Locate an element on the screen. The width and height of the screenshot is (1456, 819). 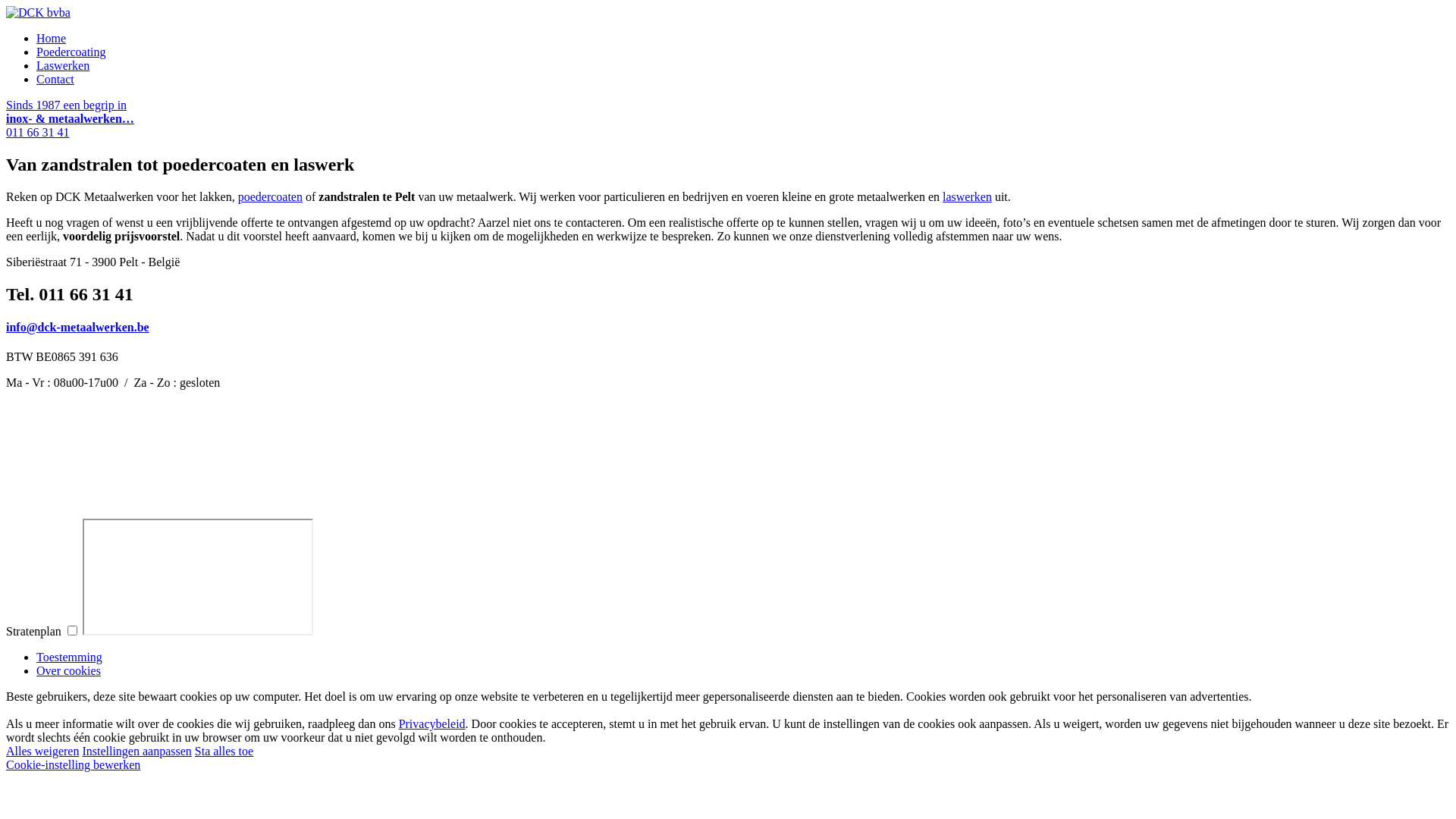
'Home' is located at coordinates (51, 37).